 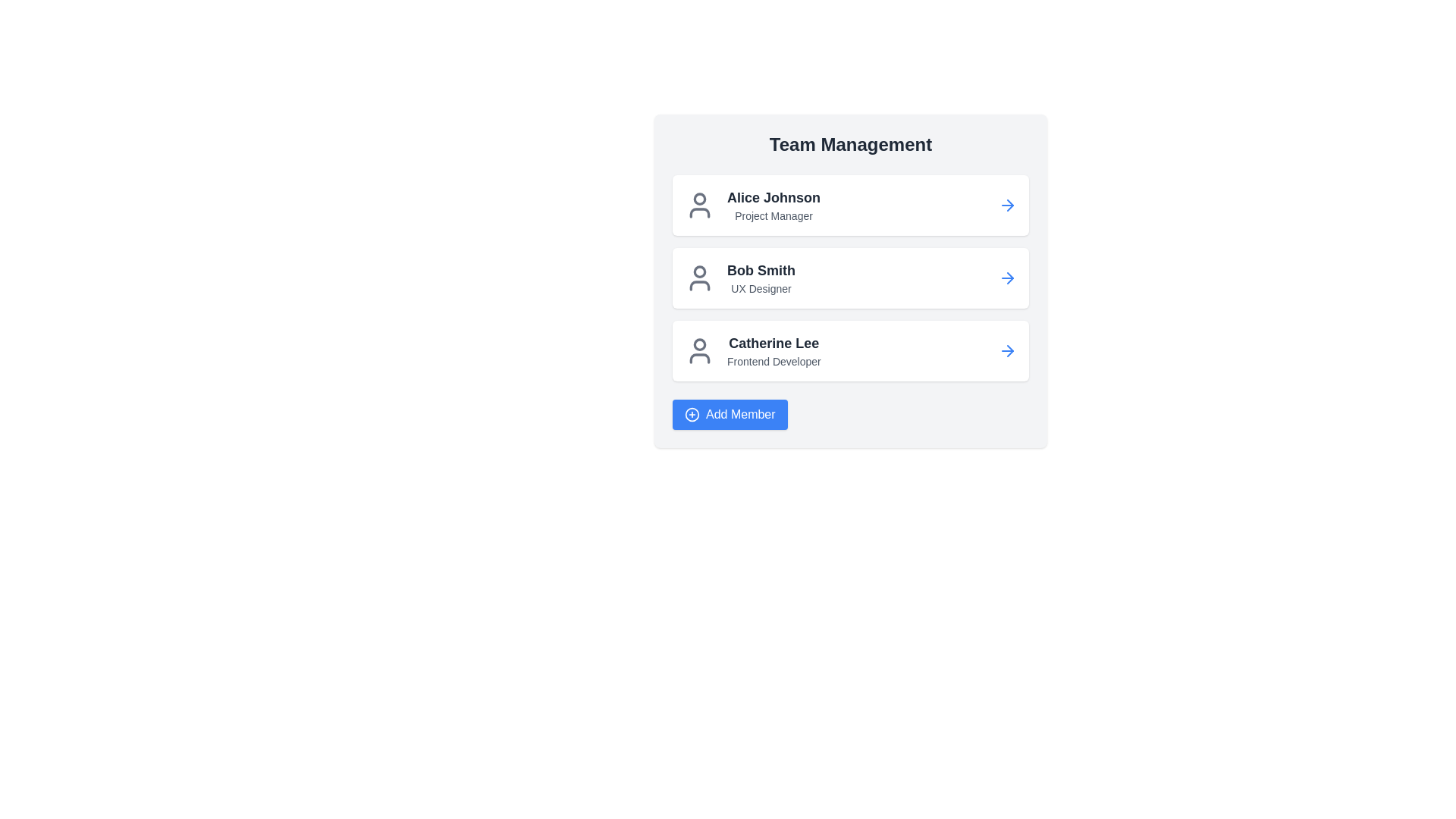 What do you see at coordinates (752, 350) in the screenshot?
I see `the Profile display component for 'Catherine Lee', which includes a user avatar icon and the text 'Catherine Lee' in bold with the role 'Frontend Developer' below it` at bounding box center [752, 350].